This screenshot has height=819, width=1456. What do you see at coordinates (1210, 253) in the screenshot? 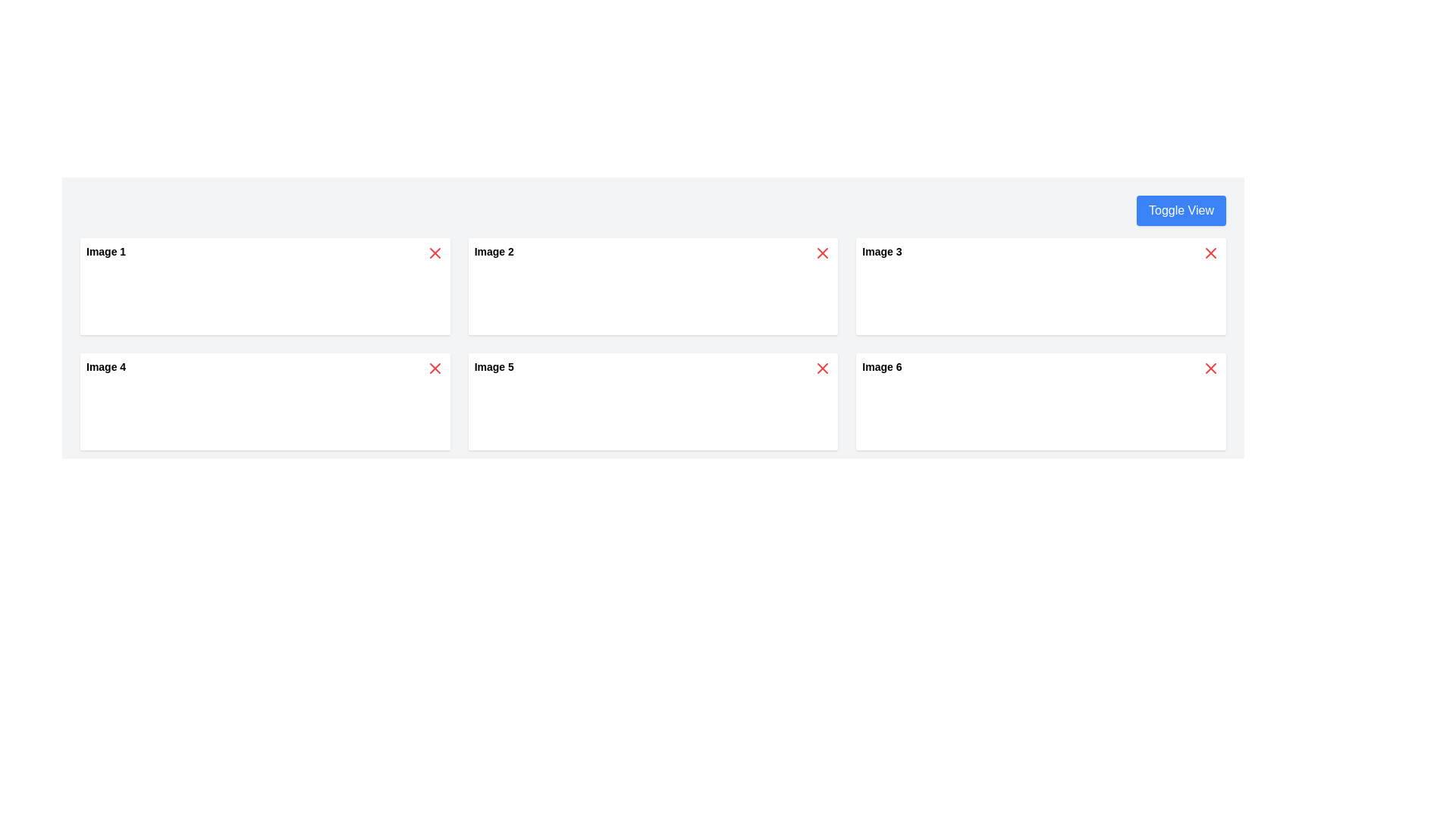
I see `the small red 'X' button located at the top-right corner of the box containing the text 'Image 3' to potentially open a context menu` at bounding box center [1210, 253].